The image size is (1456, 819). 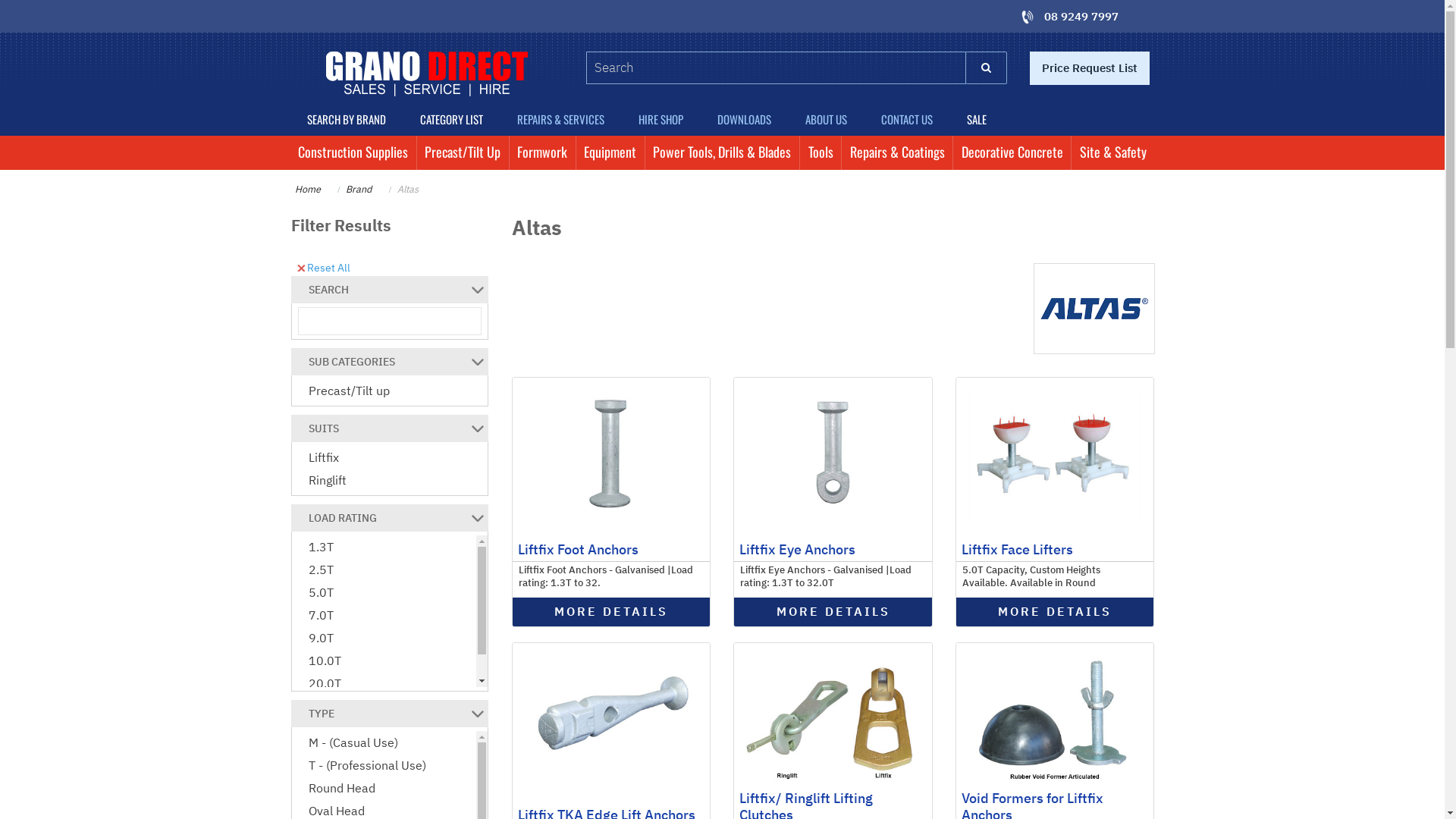 What do you see at coordinates (1088, 67) in the screenshot?
I see `'Price Request List'` at bounding box center [1088, 67].